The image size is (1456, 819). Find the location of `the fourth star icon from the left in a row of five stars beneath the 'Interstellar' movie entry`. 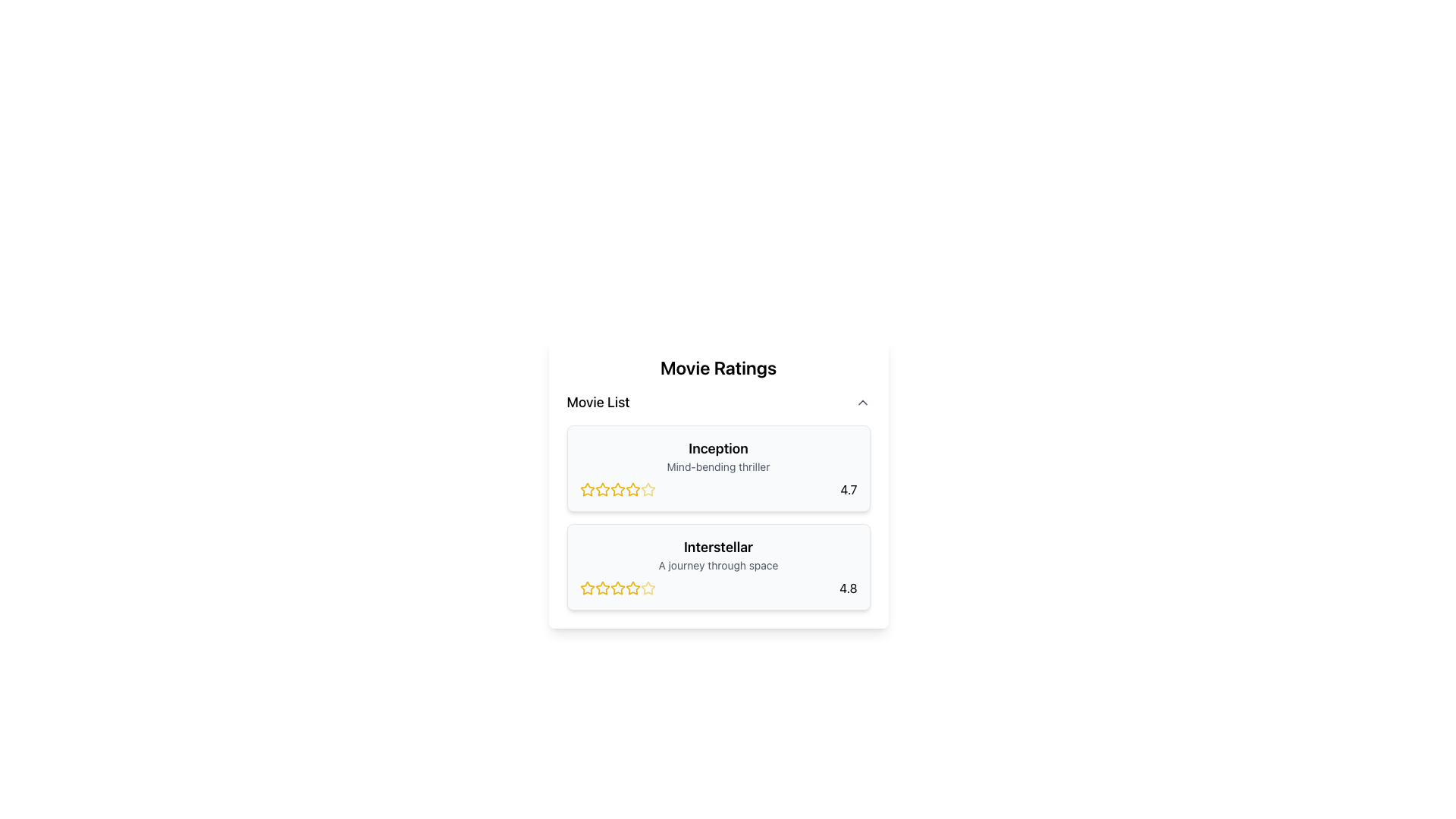

the fourth star icon from the left in a row of five stars beneath the 'Interstellar' movie entry is located at coordinates (648, 587).